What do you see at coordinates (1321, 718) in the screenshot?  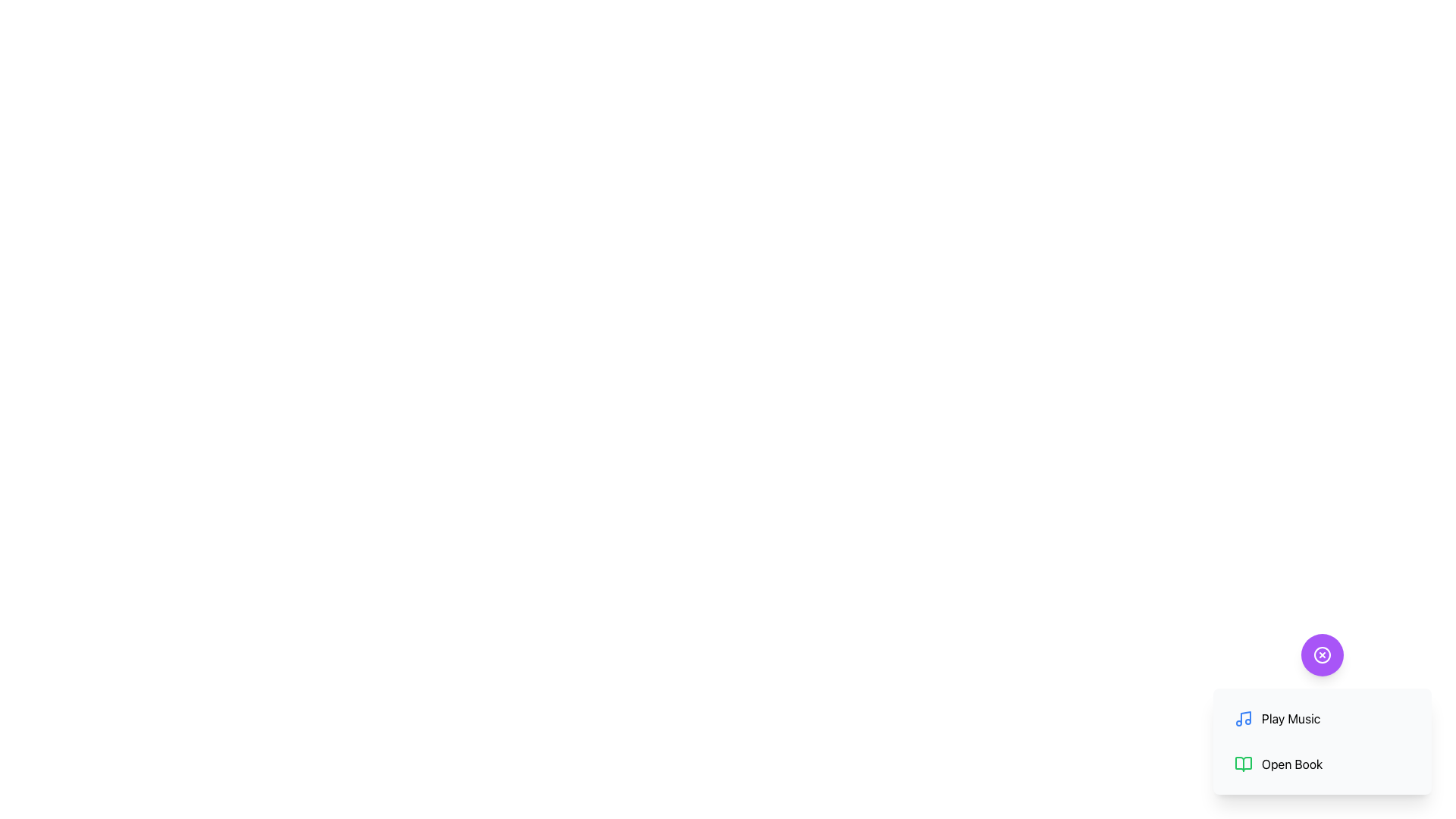 I see `the first button in the vertically stacked list that initiates music playback` at bounding box center [1321, 718].